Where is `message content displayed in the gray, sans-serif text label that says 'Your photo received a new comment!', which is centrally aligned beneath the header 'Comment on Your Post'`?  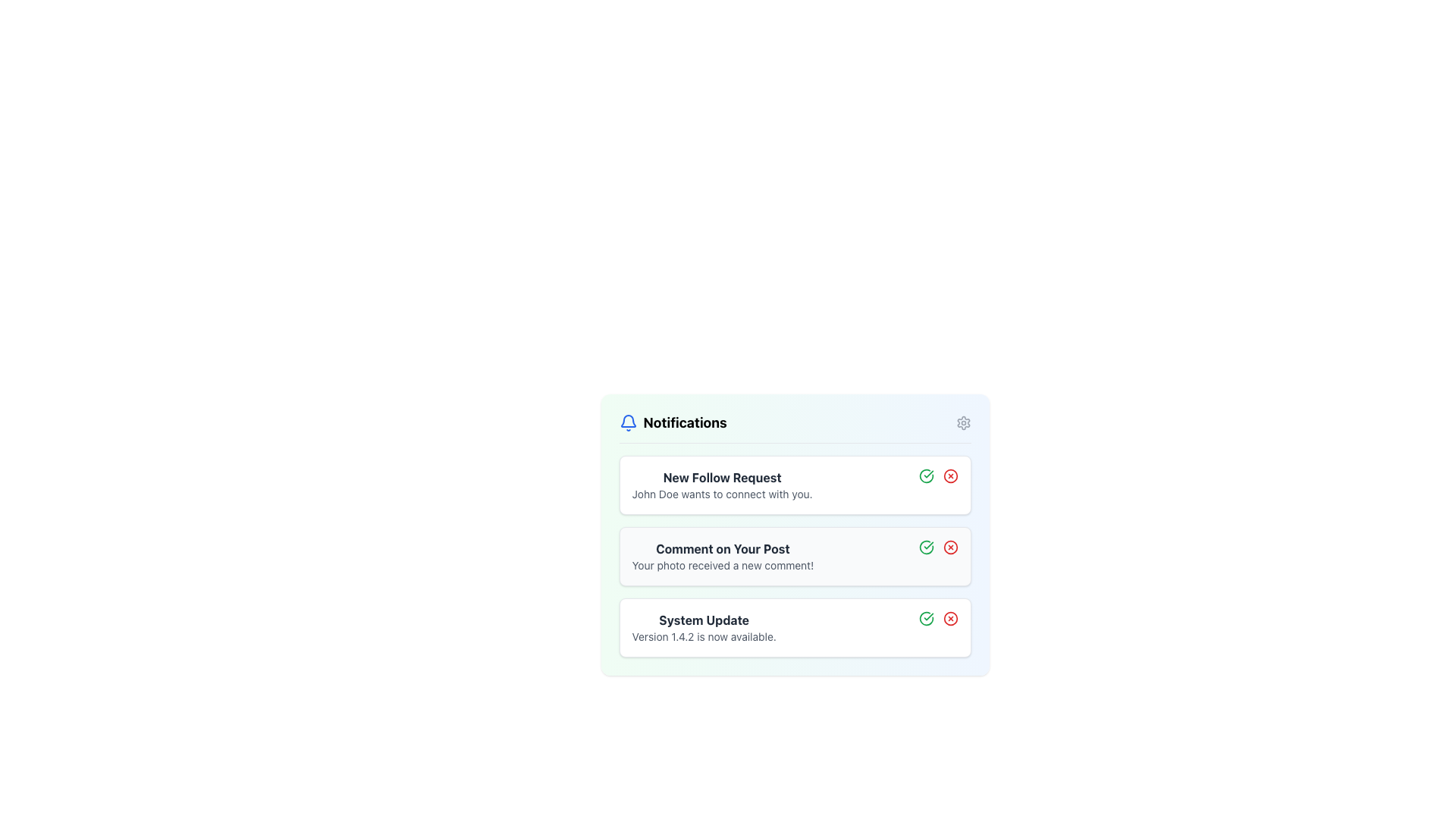 message content displayed in the gray, sans-serif text label that says 'Your photo received a new comment!', which is centrally aligned beneath the header 'Comment on Your Post' is located at coordinates (722, 565).